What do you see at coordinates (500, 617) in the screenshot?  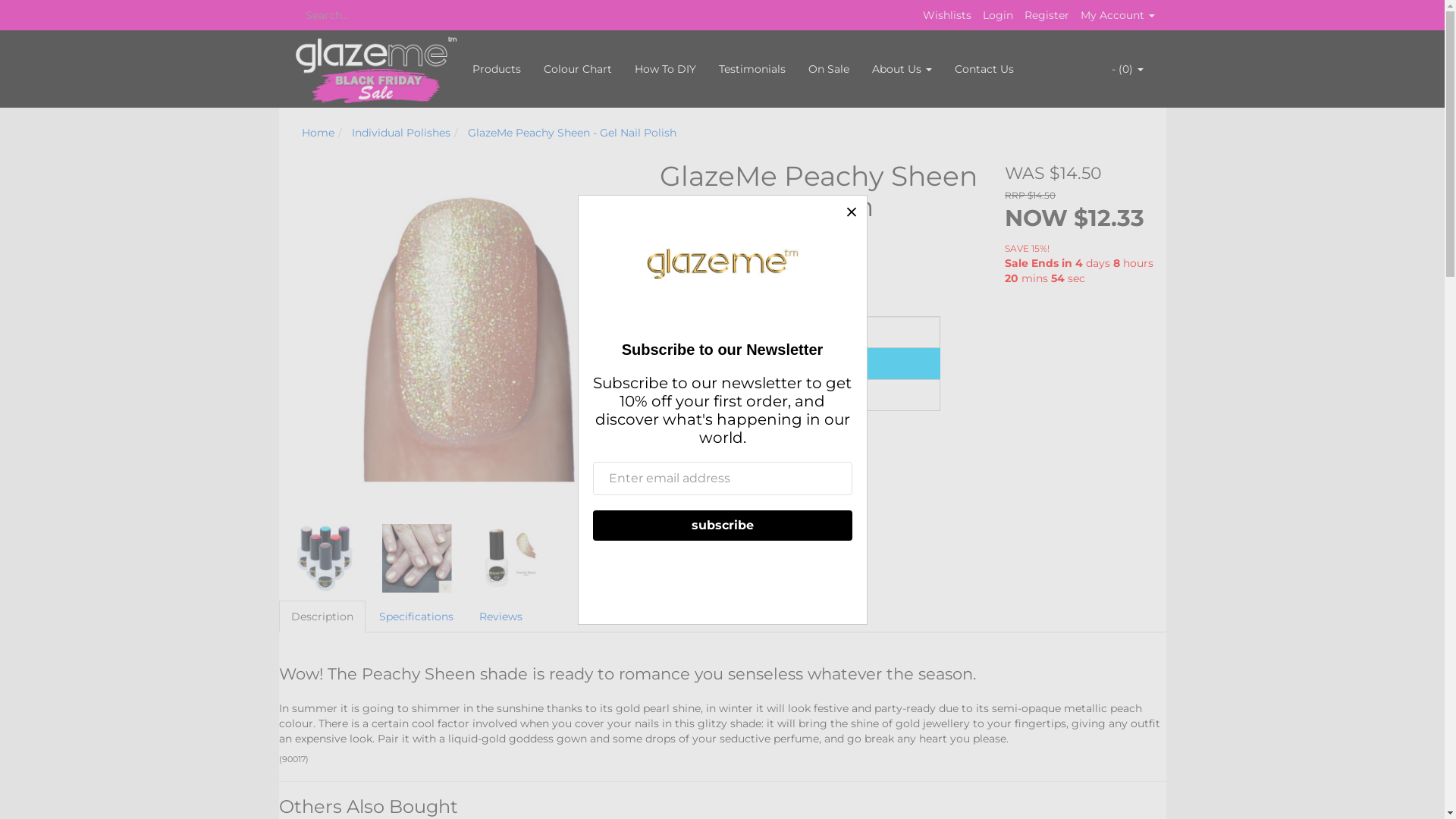 I see `'Reviews'` at bounding box center [500, 617].